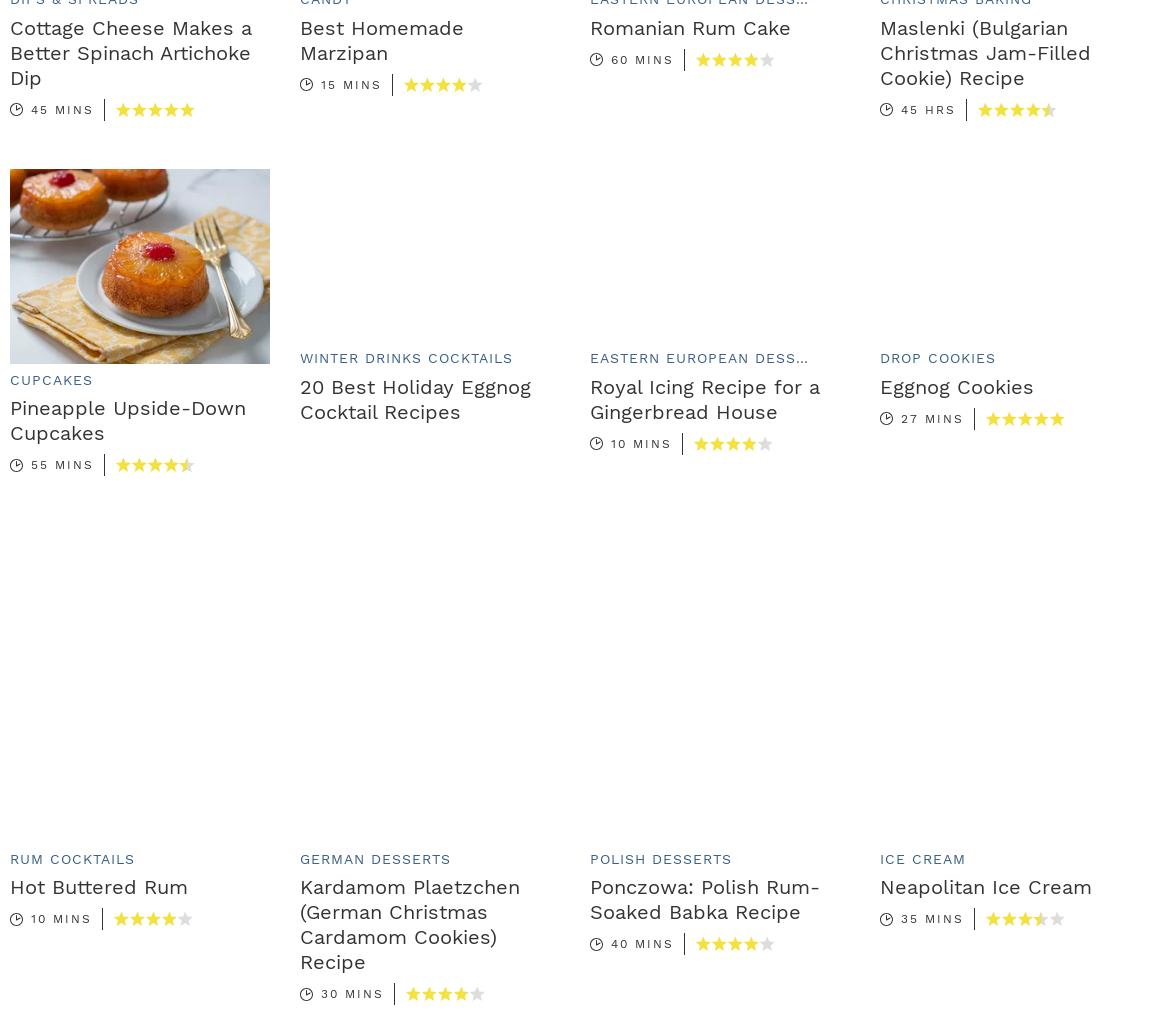 The height and width of the screenshot is (1016, 1150). What do you see at coordinates (382, 38) in the screenshot?
I see `'Best Homemade Marzipan'` at bounding box center [382, 38].